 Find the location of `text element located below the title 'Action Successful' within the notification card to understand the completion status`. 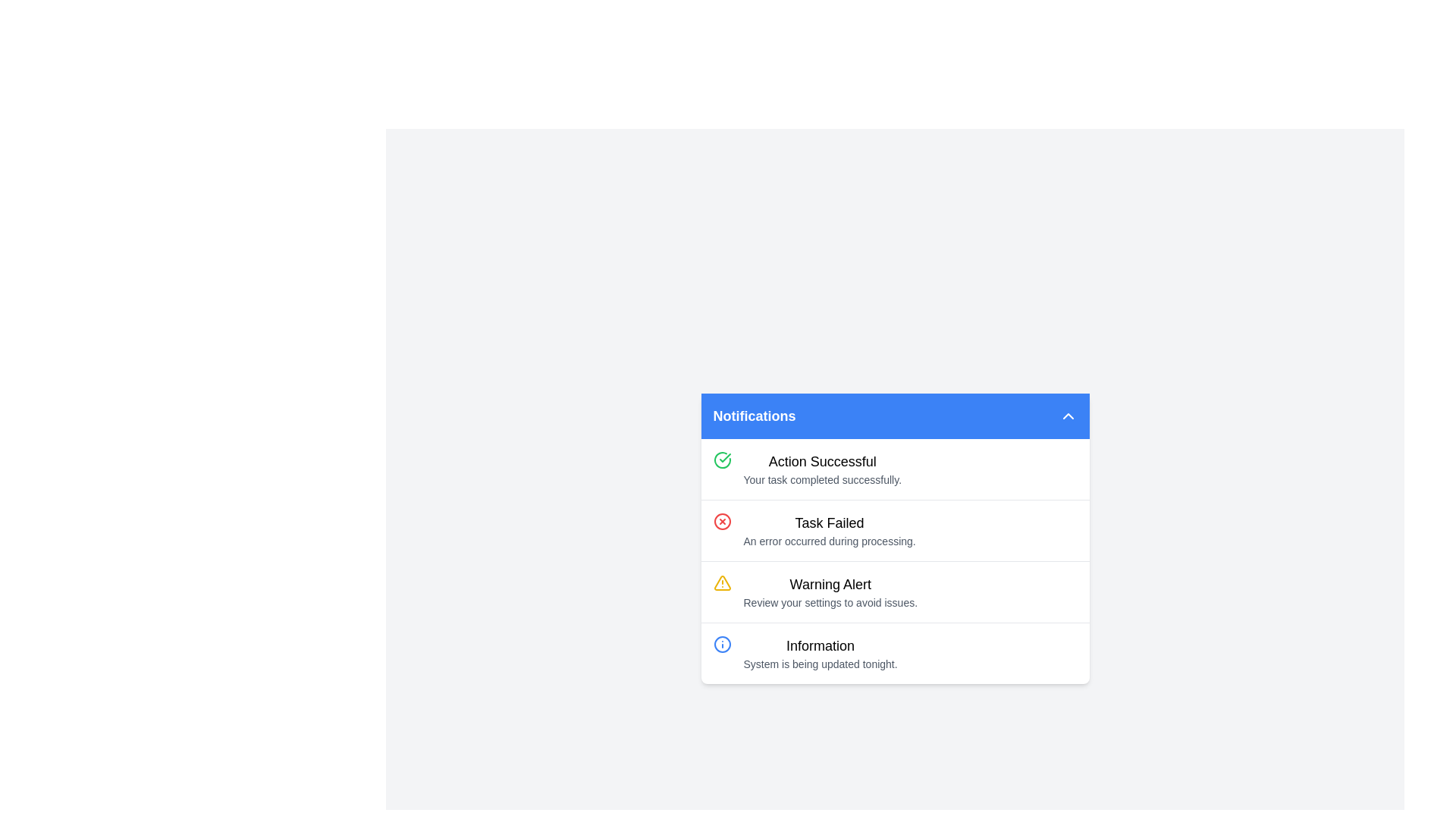

text element located below the title 'Action Successful' within the notification card to understand the completion status is located at coordinates (821, 479).